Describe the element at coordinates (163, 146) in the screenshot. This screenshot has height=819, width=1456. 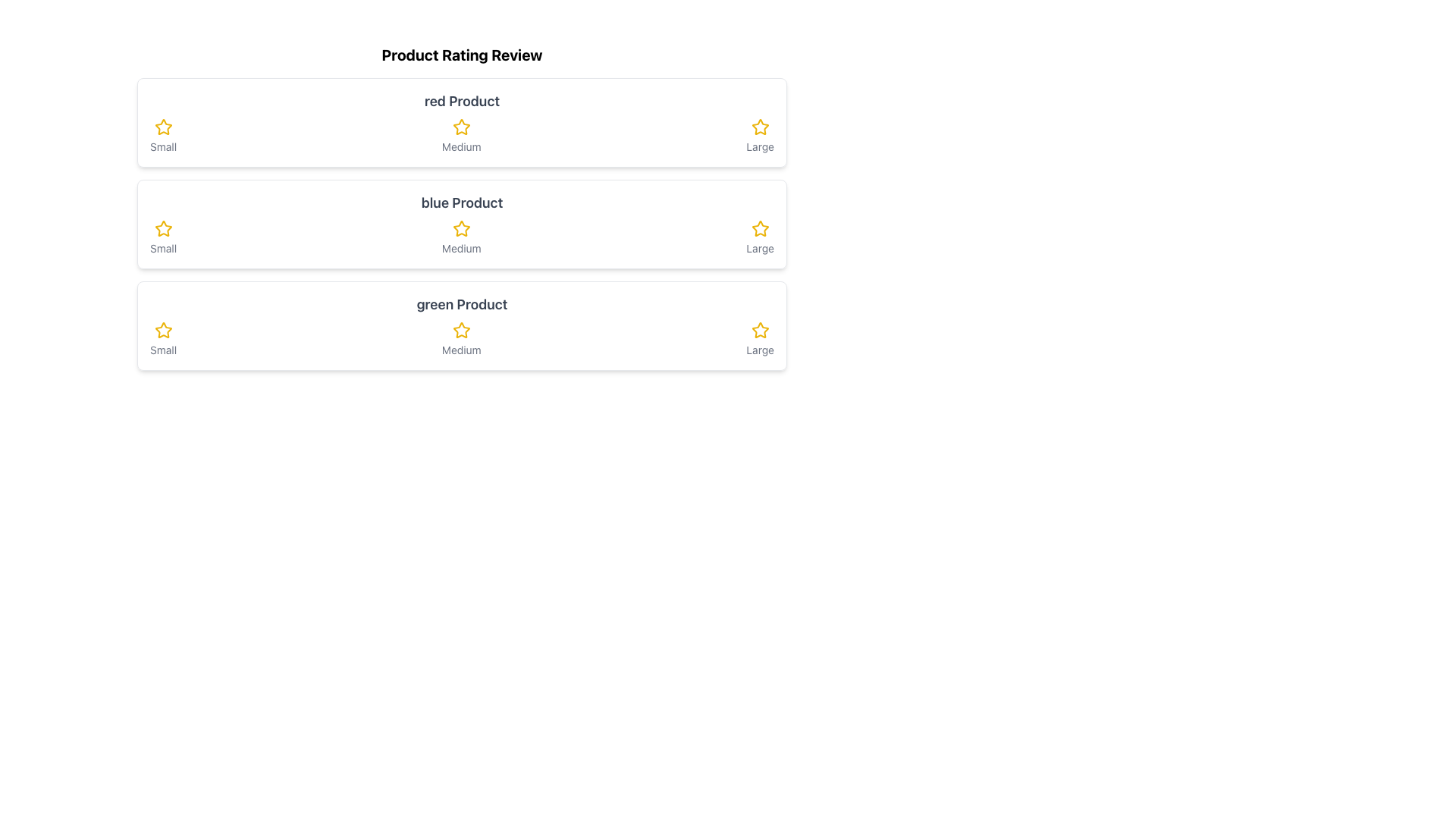
I see `the 'Small' label that describes the size for the rating icon in the first card of the layout` at that location.